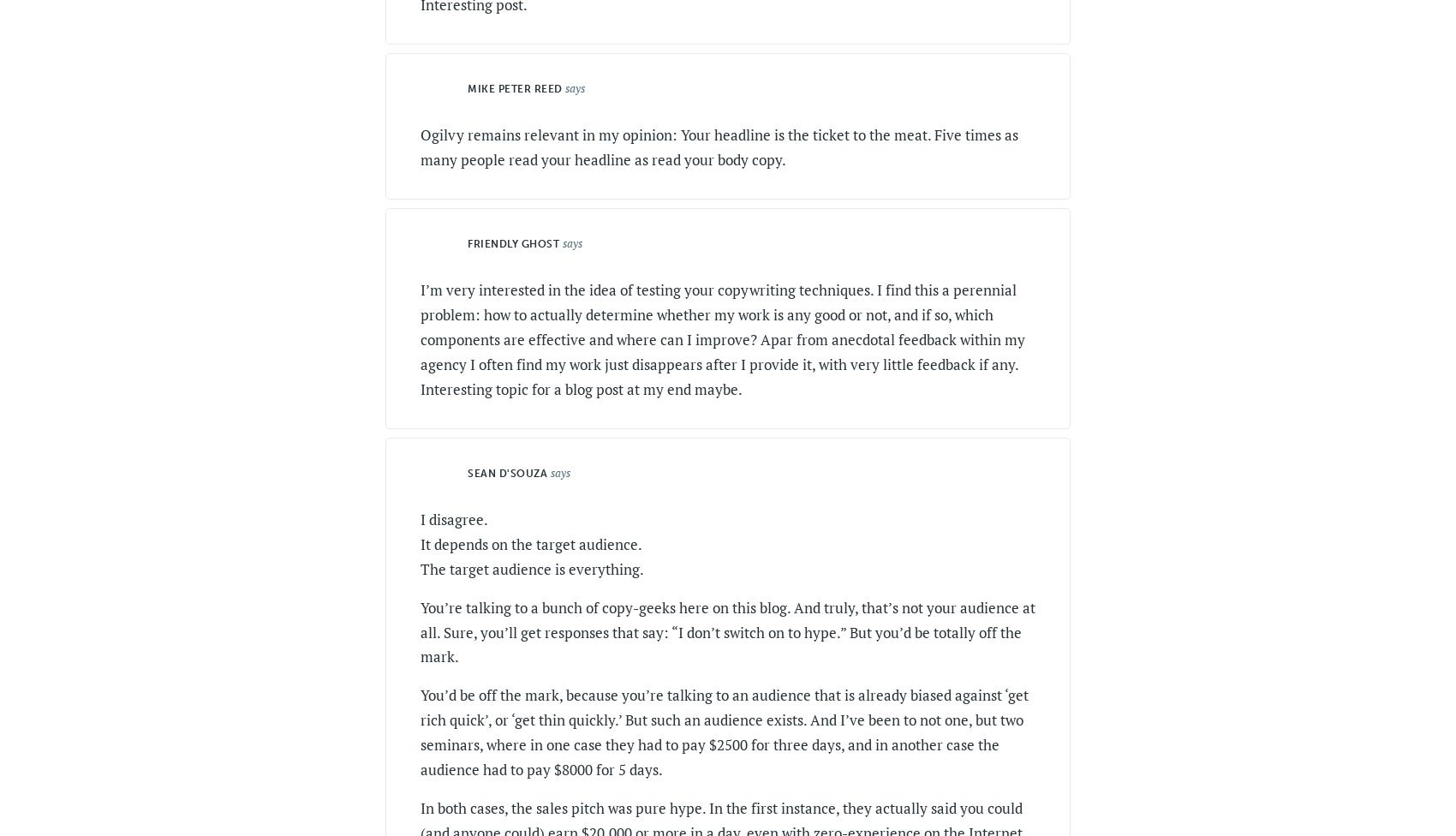 This screenshot has height=836, width=1456. I want to click on 'Sean D'Souza', so click(467, 473).